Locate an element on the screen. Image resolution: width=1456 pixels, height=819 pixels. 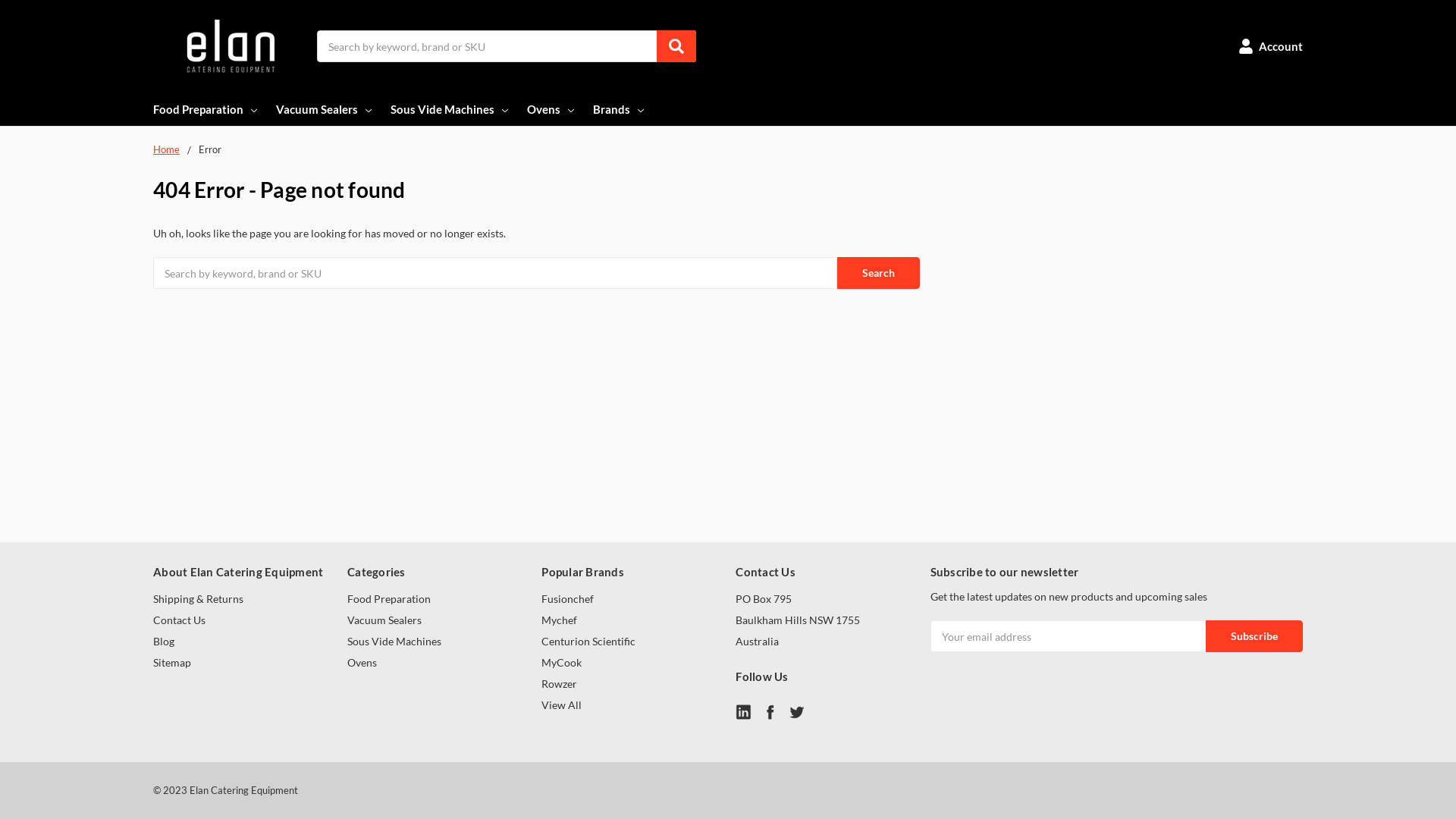
'Mychef' is located at coordinates (558, 620).